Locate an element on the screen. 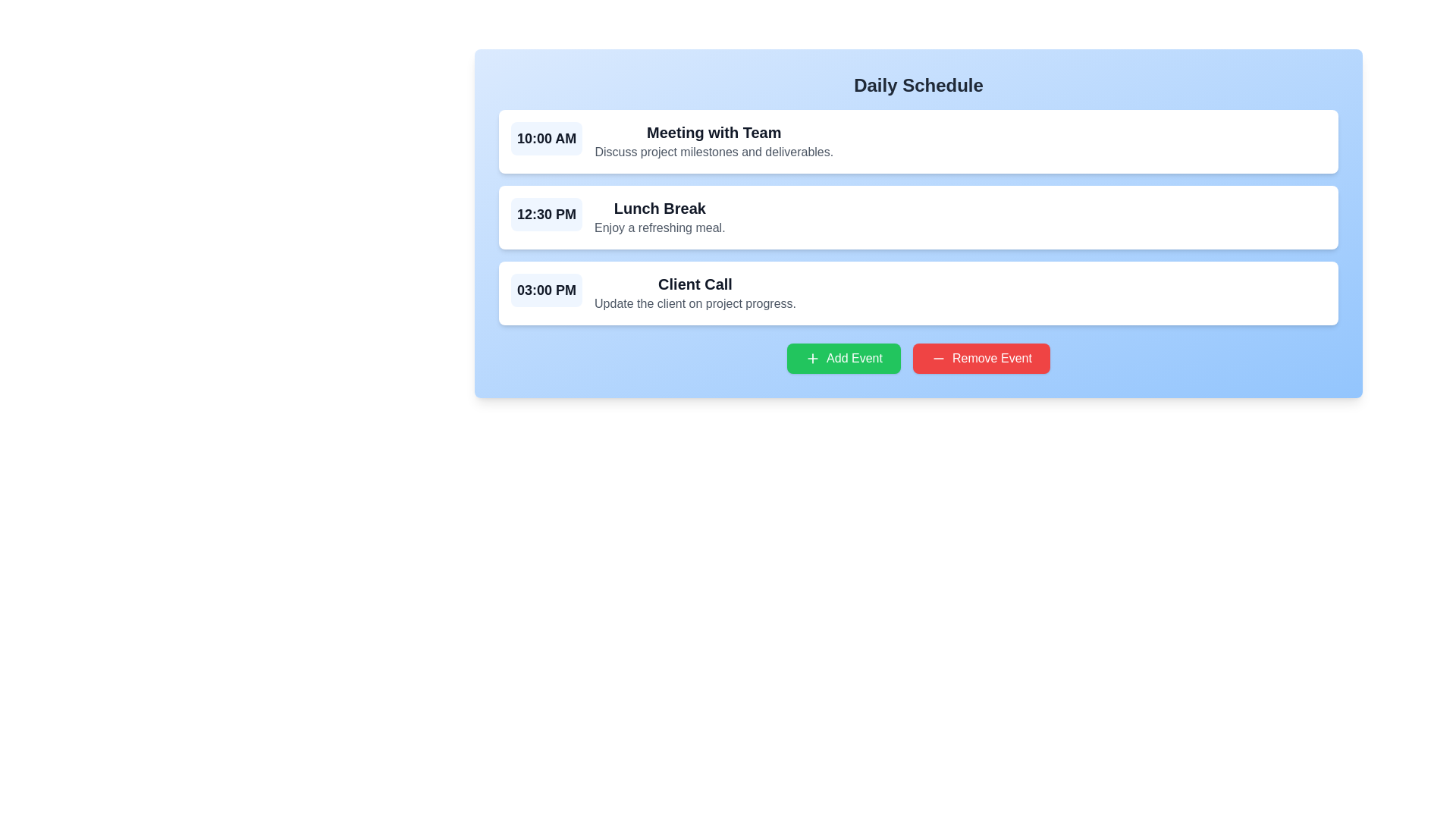  the green 'Add Event' button with rounded corners located below the schedule entries is located at coordinates (843, 359).